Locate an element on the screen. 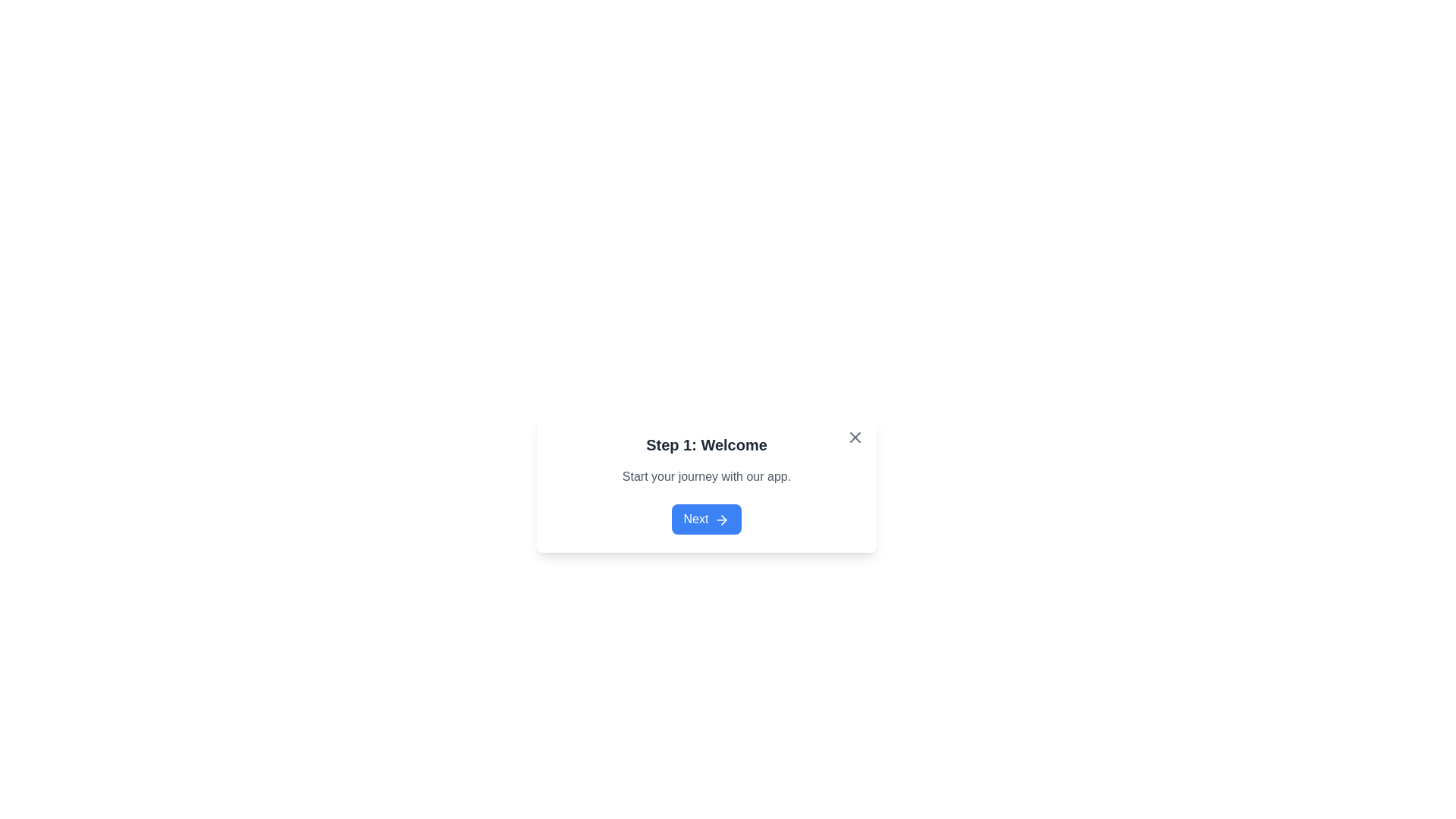 The width and height of the screenshot is (1456, 819). the SVG arrow icon that indicates the 'Next' action, which is positioned to the right of the 'Next' label inside the white modal dialog is located at coordinates (721, 519).